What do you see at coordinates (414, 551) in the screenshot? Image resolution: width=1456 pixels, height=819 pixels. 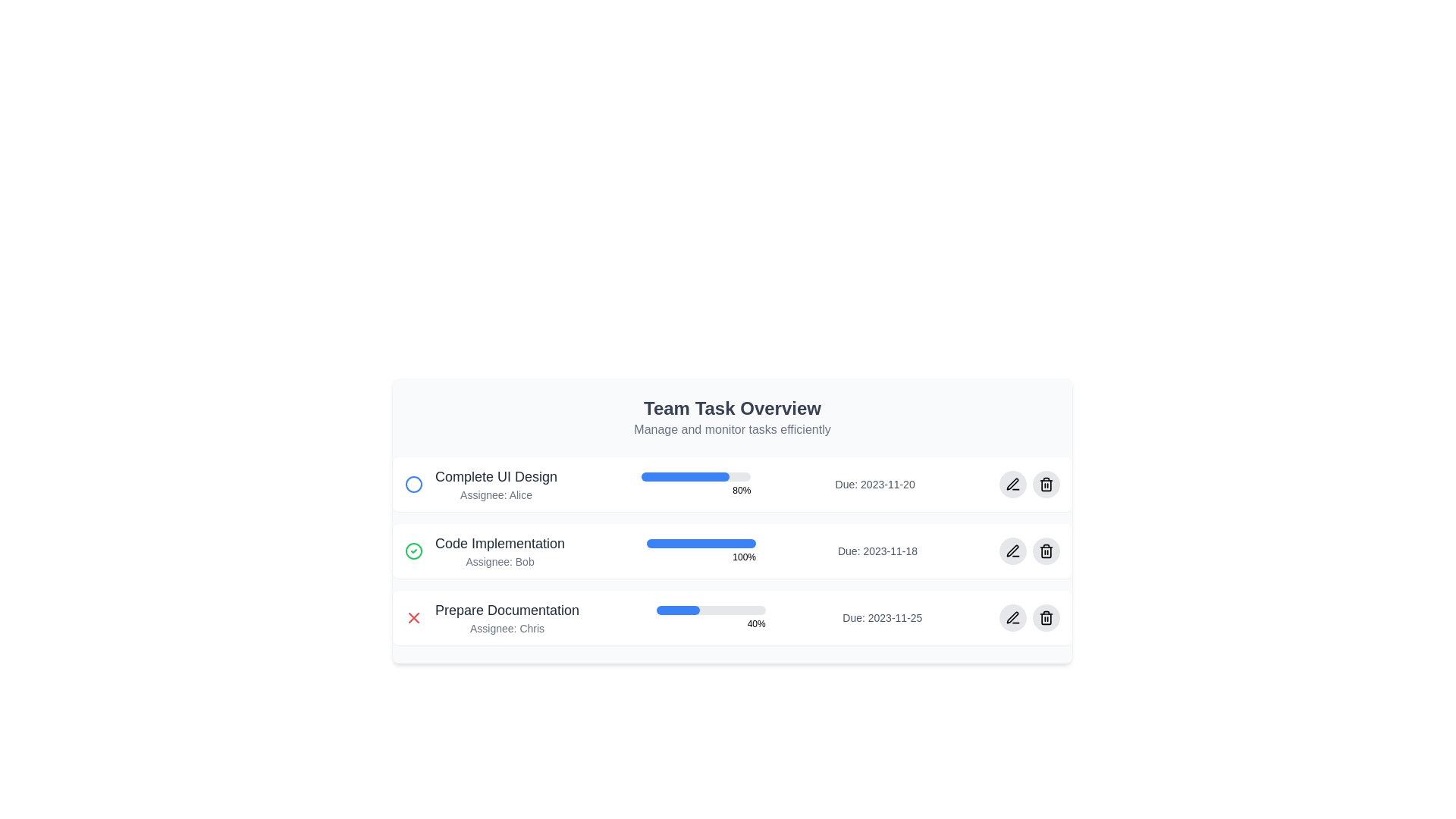 I see `the completion icon for the task 'Code Implementation', which is positioned before the task title and details in the middle row of the task list` at bounding box center [414, 551].